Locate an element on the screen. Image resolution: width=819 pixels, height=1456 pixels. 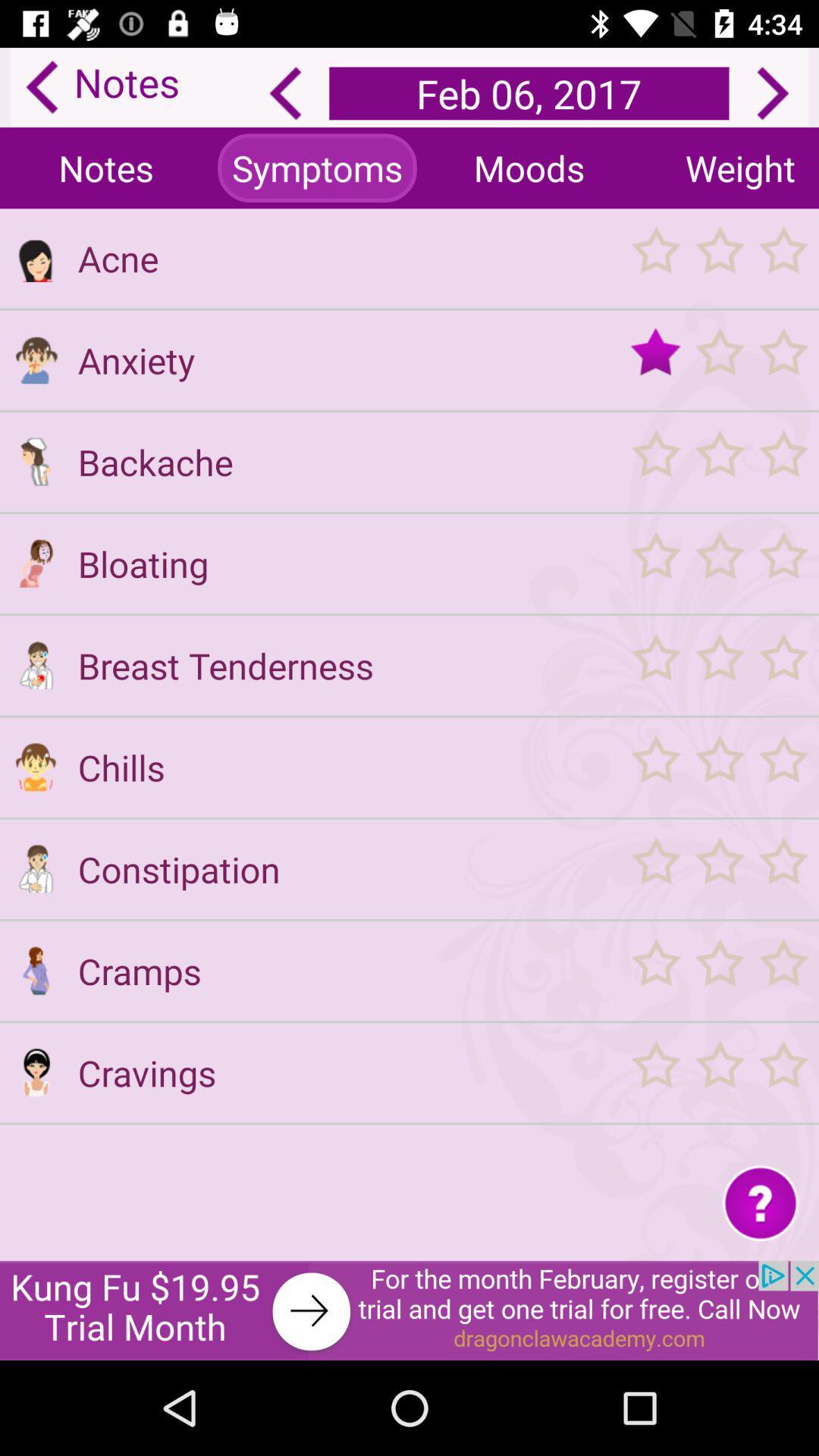
see symptoms for cramps is located at coordinates (35, 971).